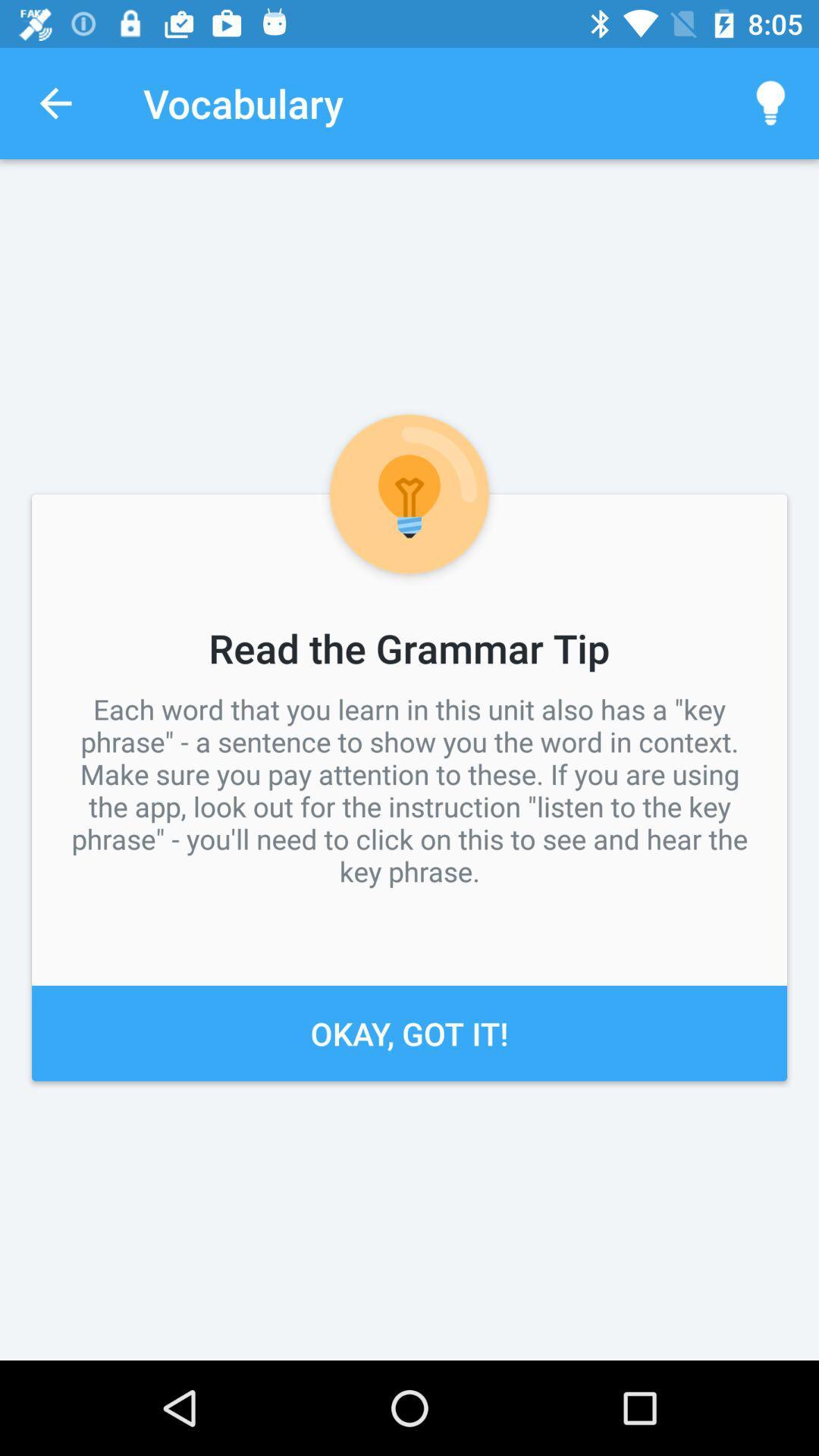  Describe the element at coordinates (409, 1032) in the screenshot. I see `the item below each word that item` at that location.